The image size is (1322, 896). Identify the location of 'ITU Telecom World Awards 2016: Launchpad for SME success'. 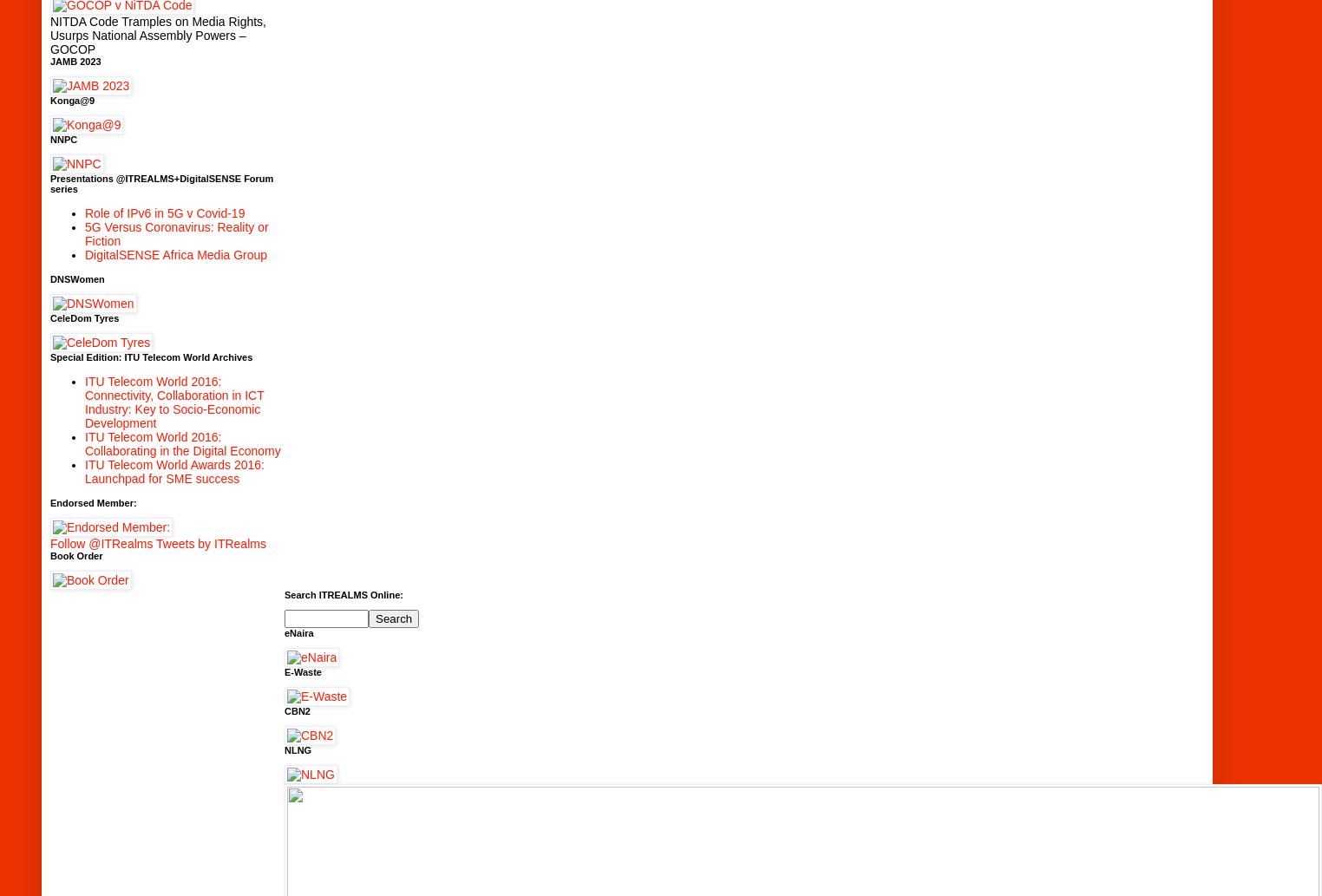
(174, 470).